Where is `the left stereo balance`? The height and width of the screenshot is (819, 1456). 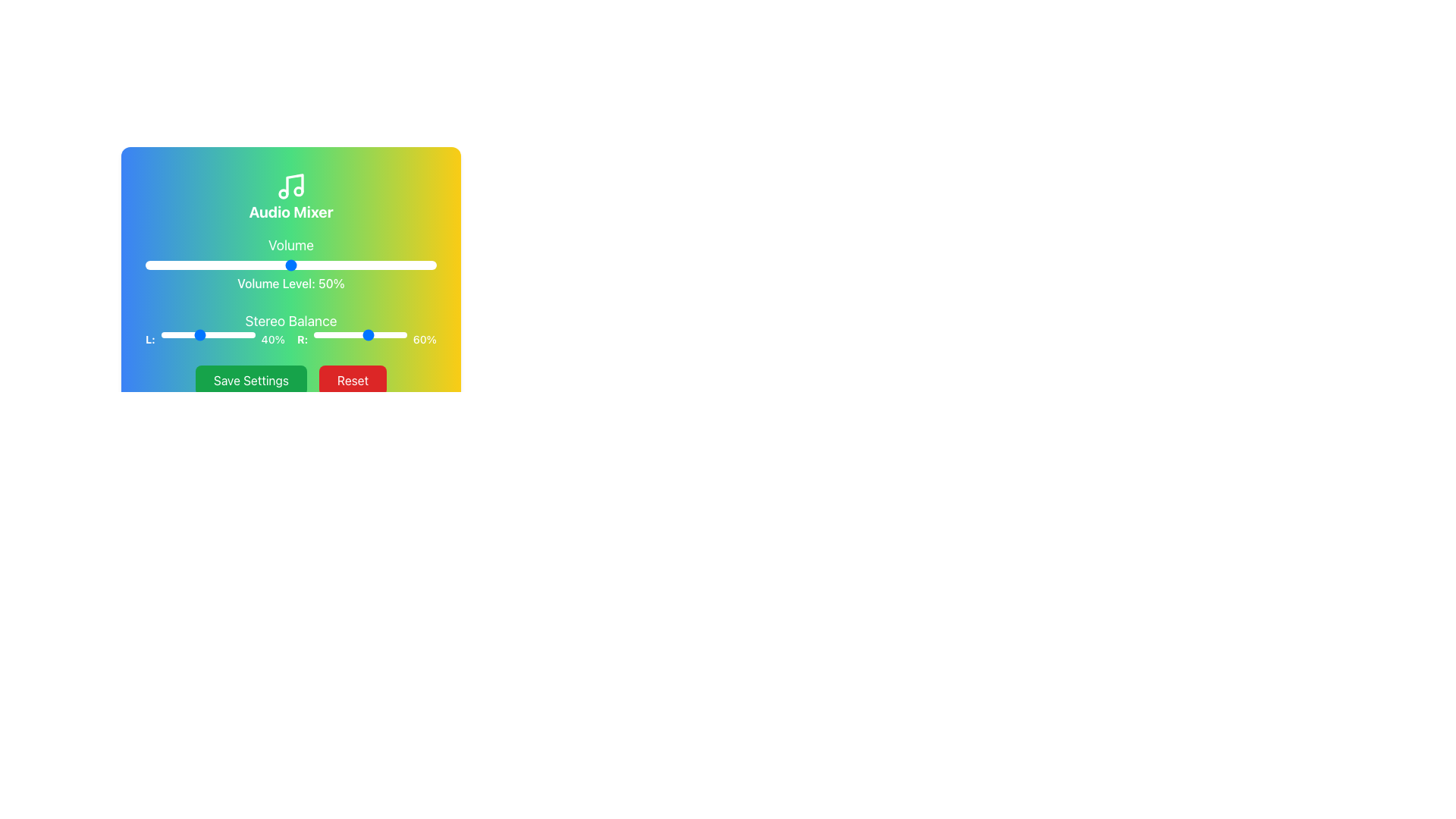
the left stereo balance is located at coordinates (180, 334).